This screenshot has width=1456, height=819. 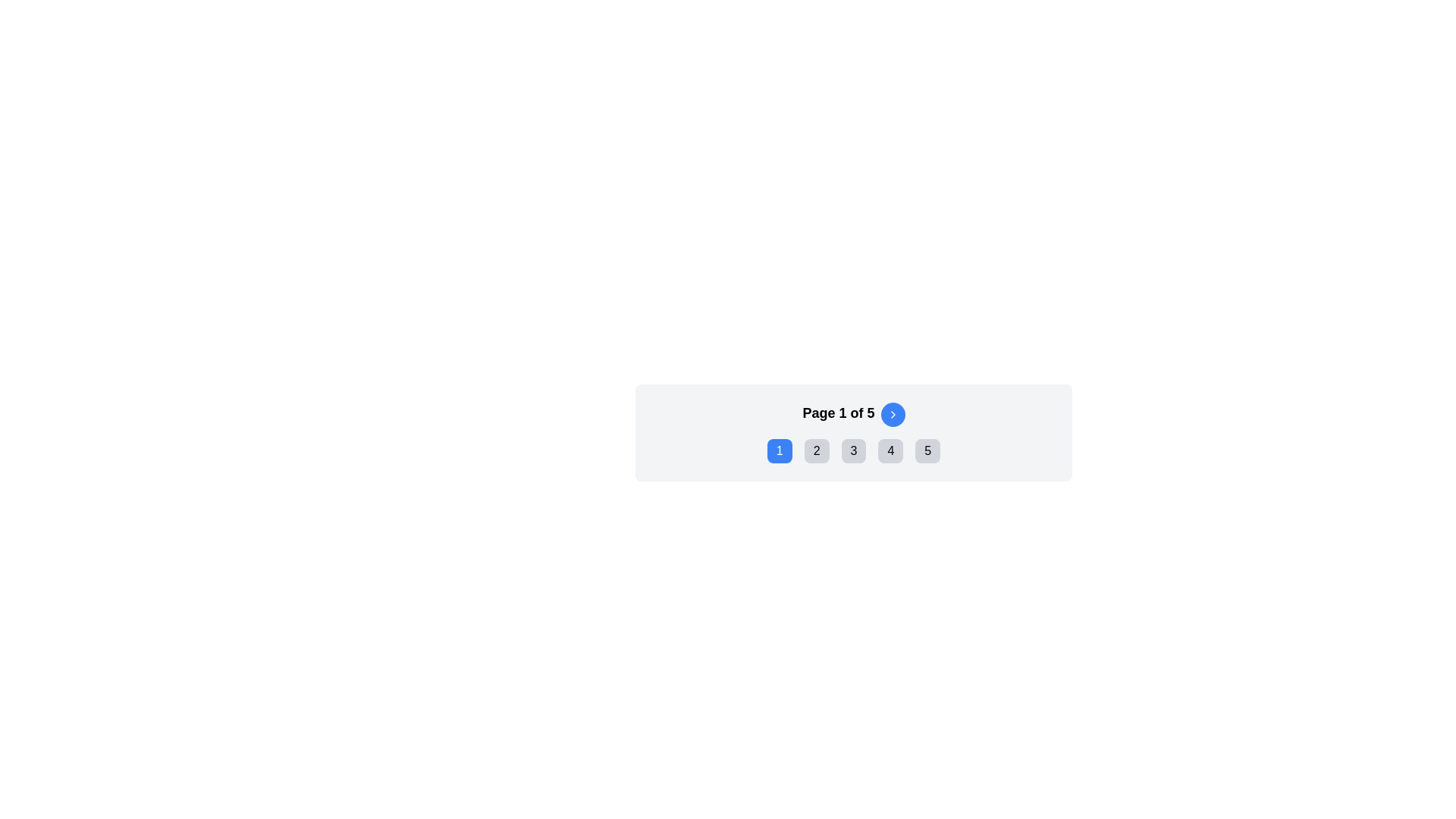 What do you see at coordinates (893, 415) in the screenshot?
I see `the pagination button located to the right of 'Page 1 of 5' to change its background color` at bounding box center [893, 415].